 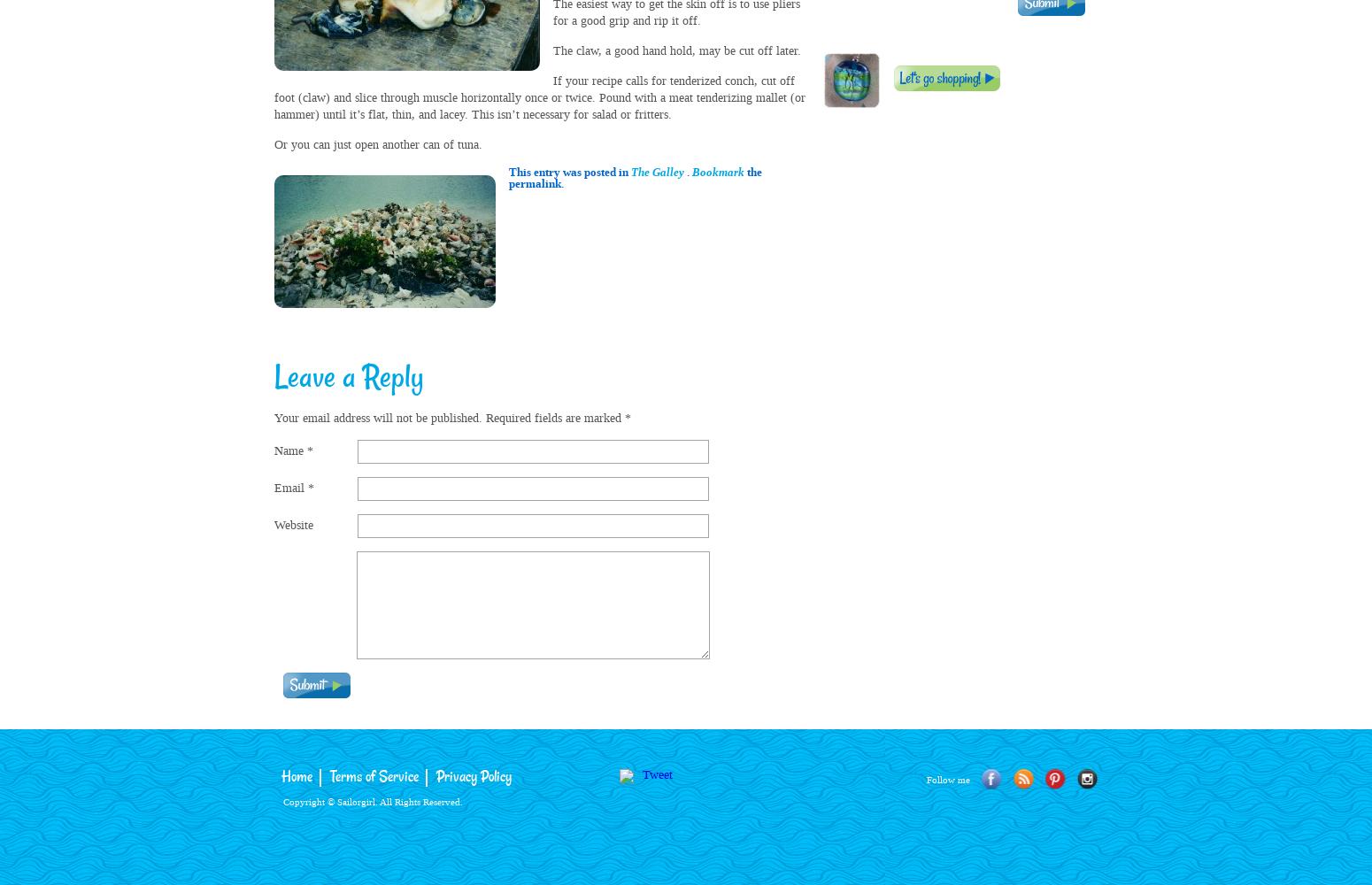 I want to click on 'The Galley', so click(x=658, y=171).